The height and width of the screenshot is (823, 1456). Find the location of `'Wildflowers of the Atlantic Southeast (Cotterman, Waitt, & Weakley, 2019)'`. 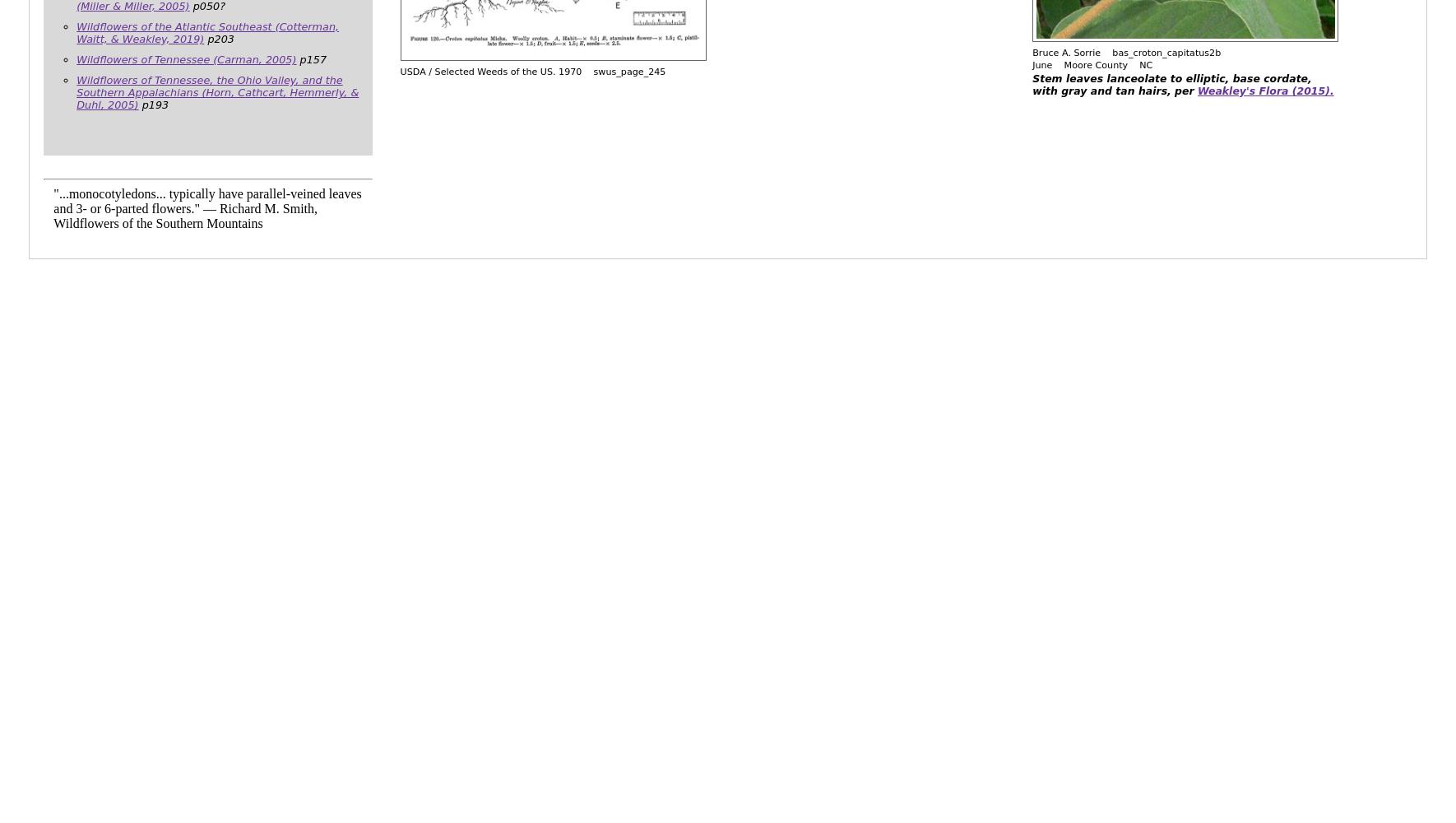

'Wildflowers of the Atlantic Southeast (Cotterman, Waitt, & Weakley, 2019)' is located at coordinates (207, 32).